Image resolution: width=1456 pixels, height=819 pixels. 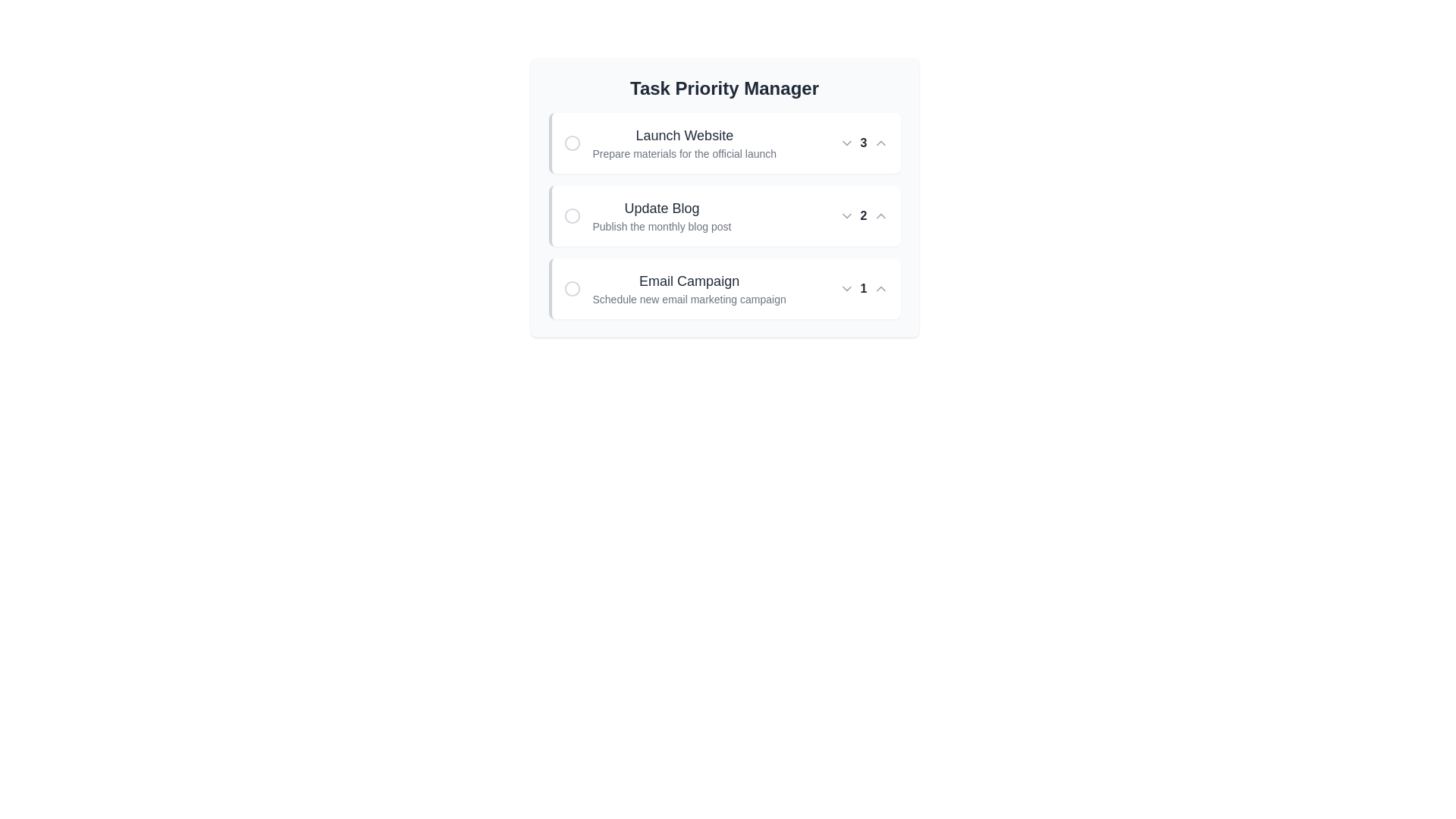 What do you see at coordinates (864, 143) in the screenshot?
I see `the Text Display element that shows the numerical value '3' in bold dark gray font, located in the center of the 'Launch Website' task row, to the right of the task name and left of the arrow controls` at bounding box center [864, 143].